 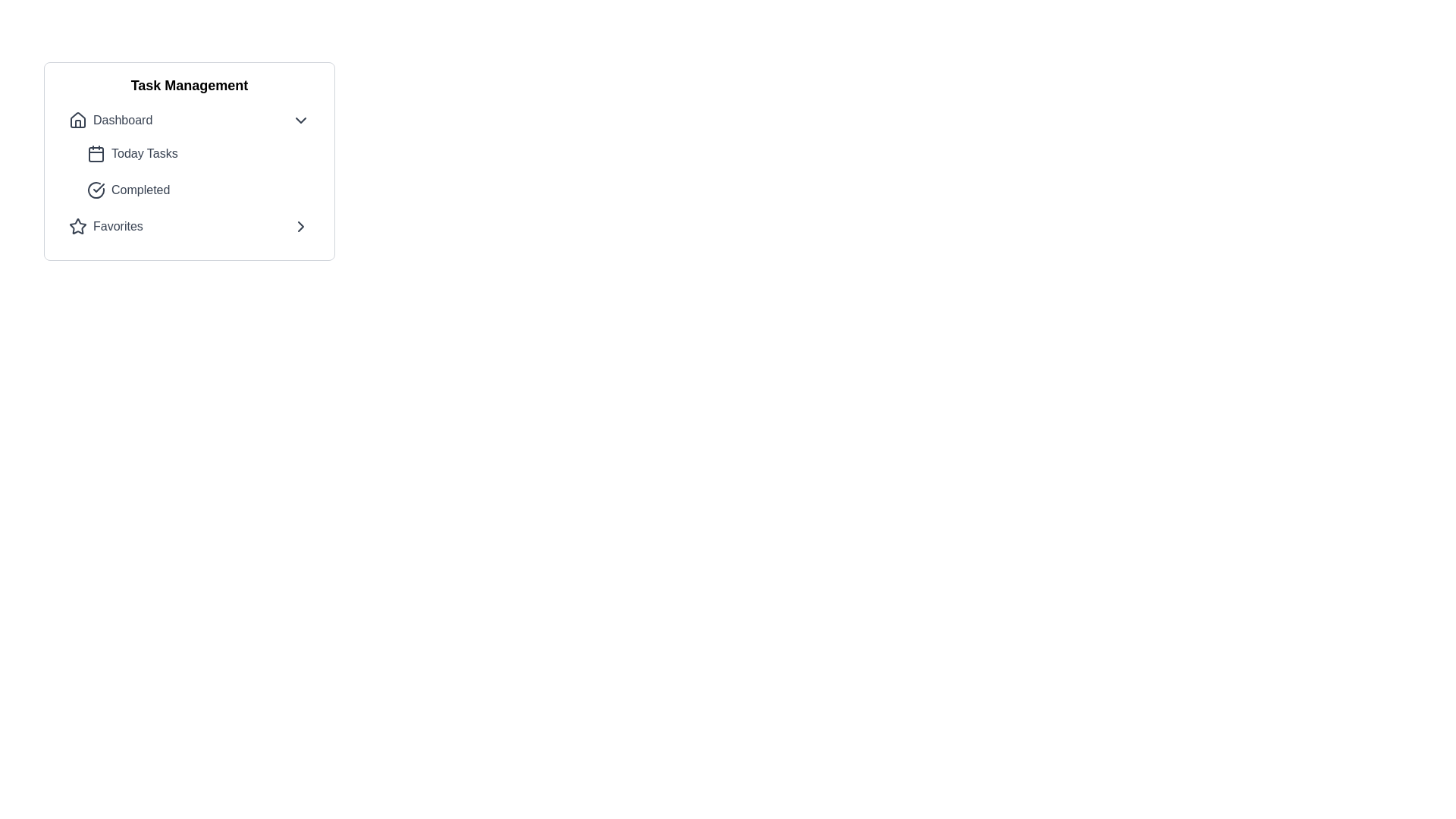 What do you see at coordinates (95, 189) in the screenshot?
I see `the decorative and informative Icon indicating the 'Completed' section in the Task Management menu to potentially trigger navigation` at bounding box center [95, 189].